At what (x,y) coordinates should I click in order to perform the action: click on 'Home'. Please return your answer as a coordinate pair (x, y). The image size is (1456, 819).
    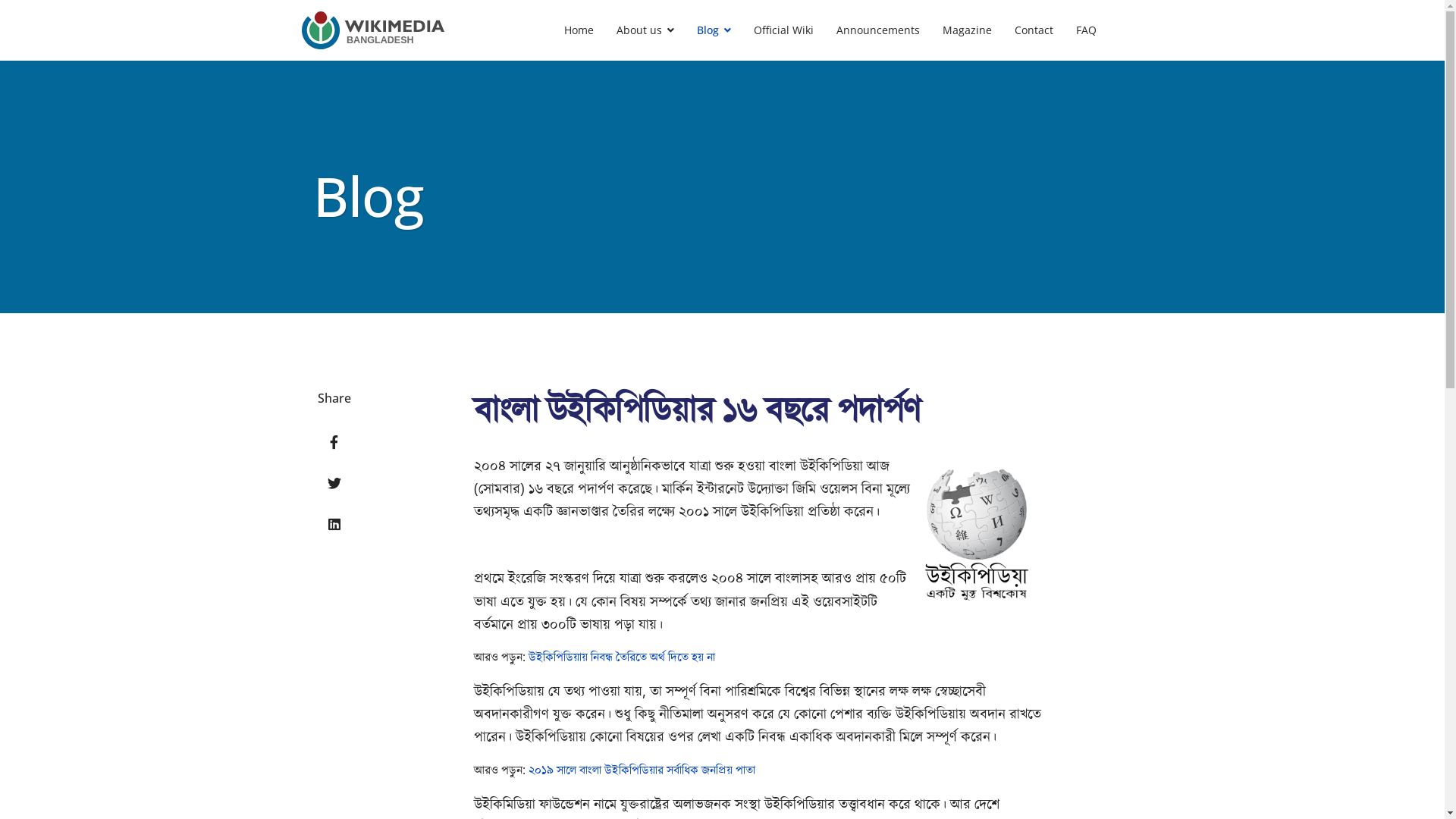
    Looking at the image, I should click on (578, 30).